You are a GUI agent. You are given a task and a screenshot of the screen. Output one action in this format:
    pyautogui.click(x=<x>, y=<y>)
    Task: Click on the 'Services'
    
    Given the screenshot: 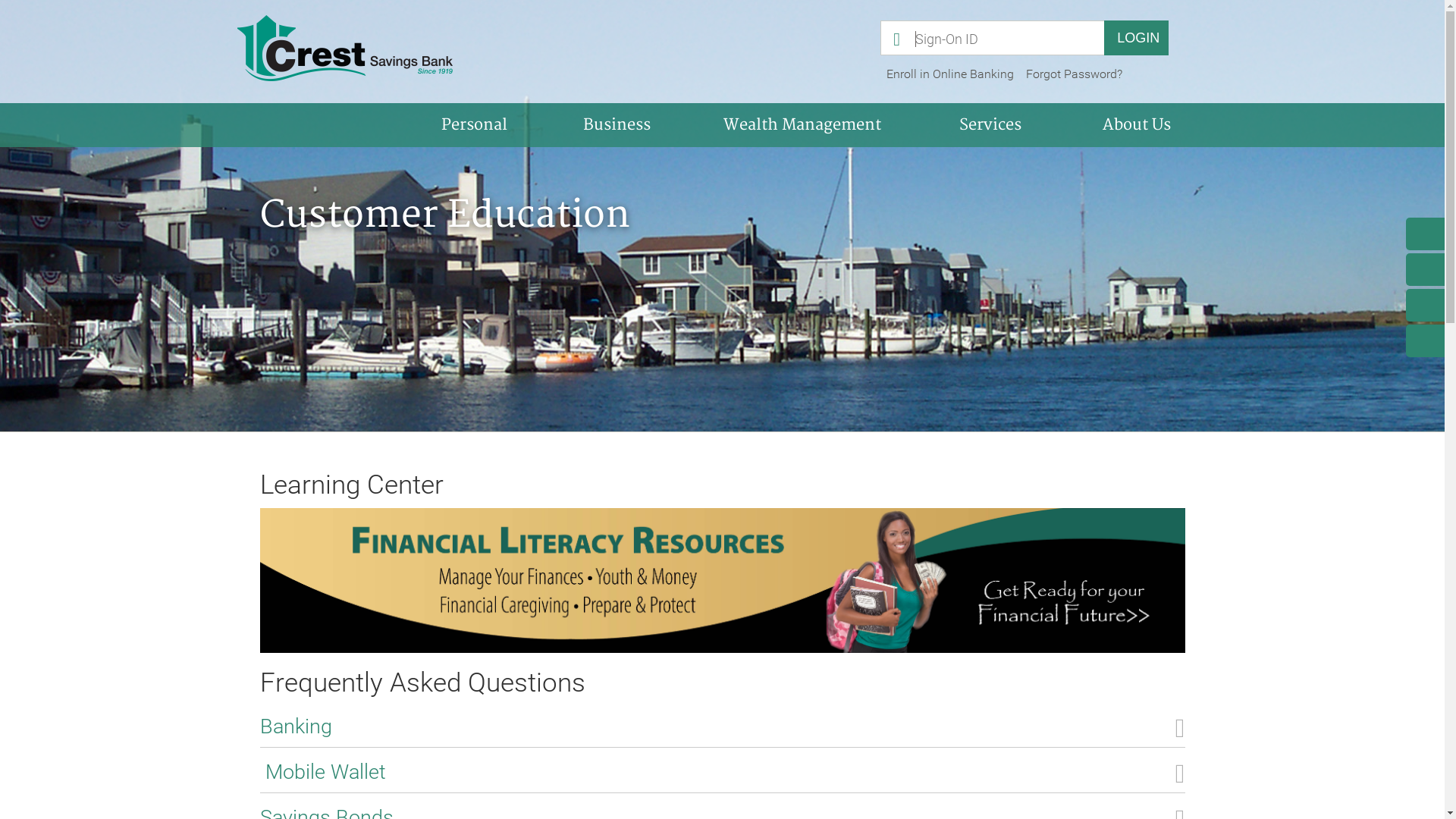 What is the action you would take?
    pyautogui.click(x=990, y=124)
    